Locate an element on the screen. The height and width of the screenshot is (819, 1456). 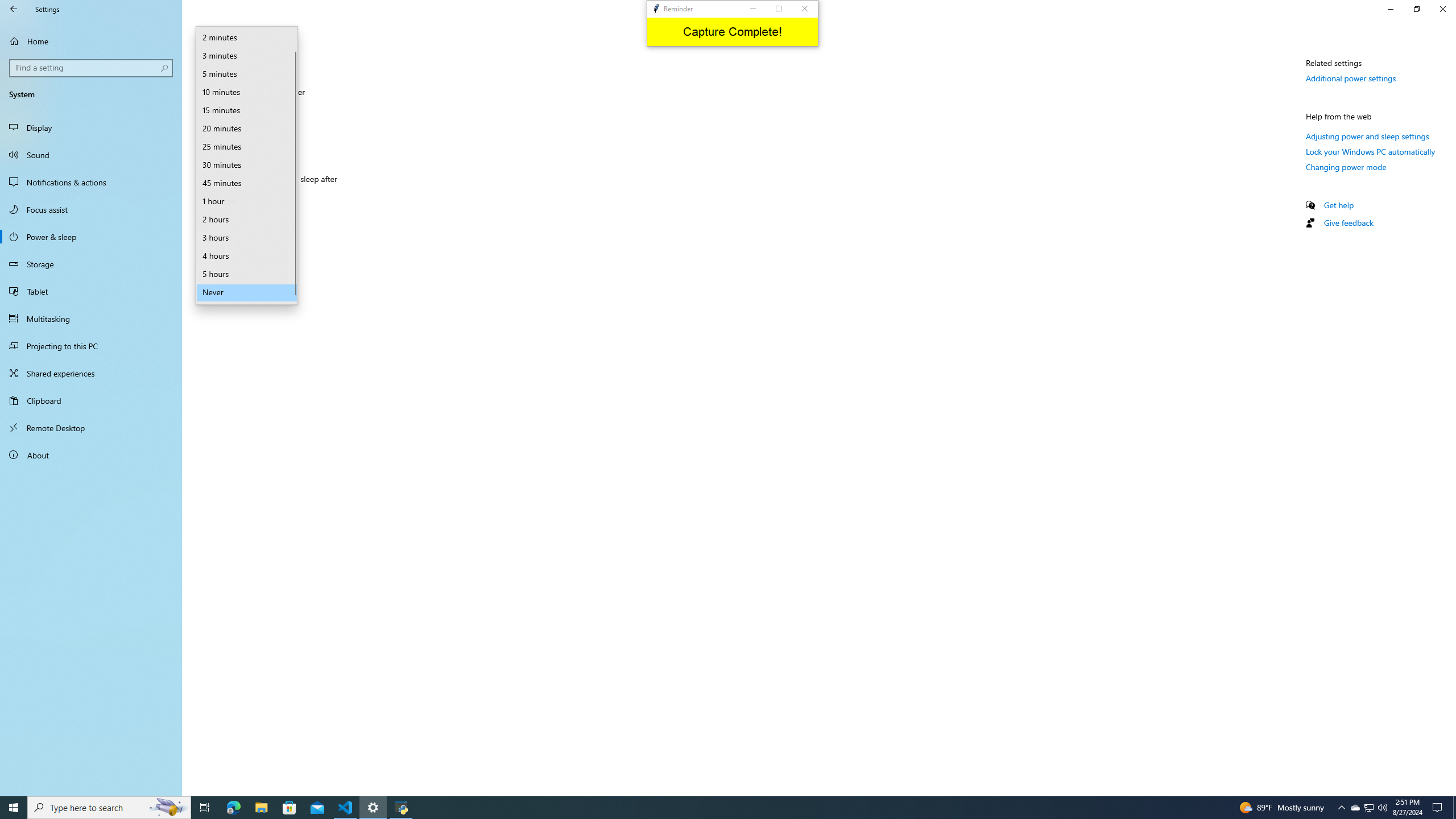
'Focus assist' is located at coordinates (90, 209).